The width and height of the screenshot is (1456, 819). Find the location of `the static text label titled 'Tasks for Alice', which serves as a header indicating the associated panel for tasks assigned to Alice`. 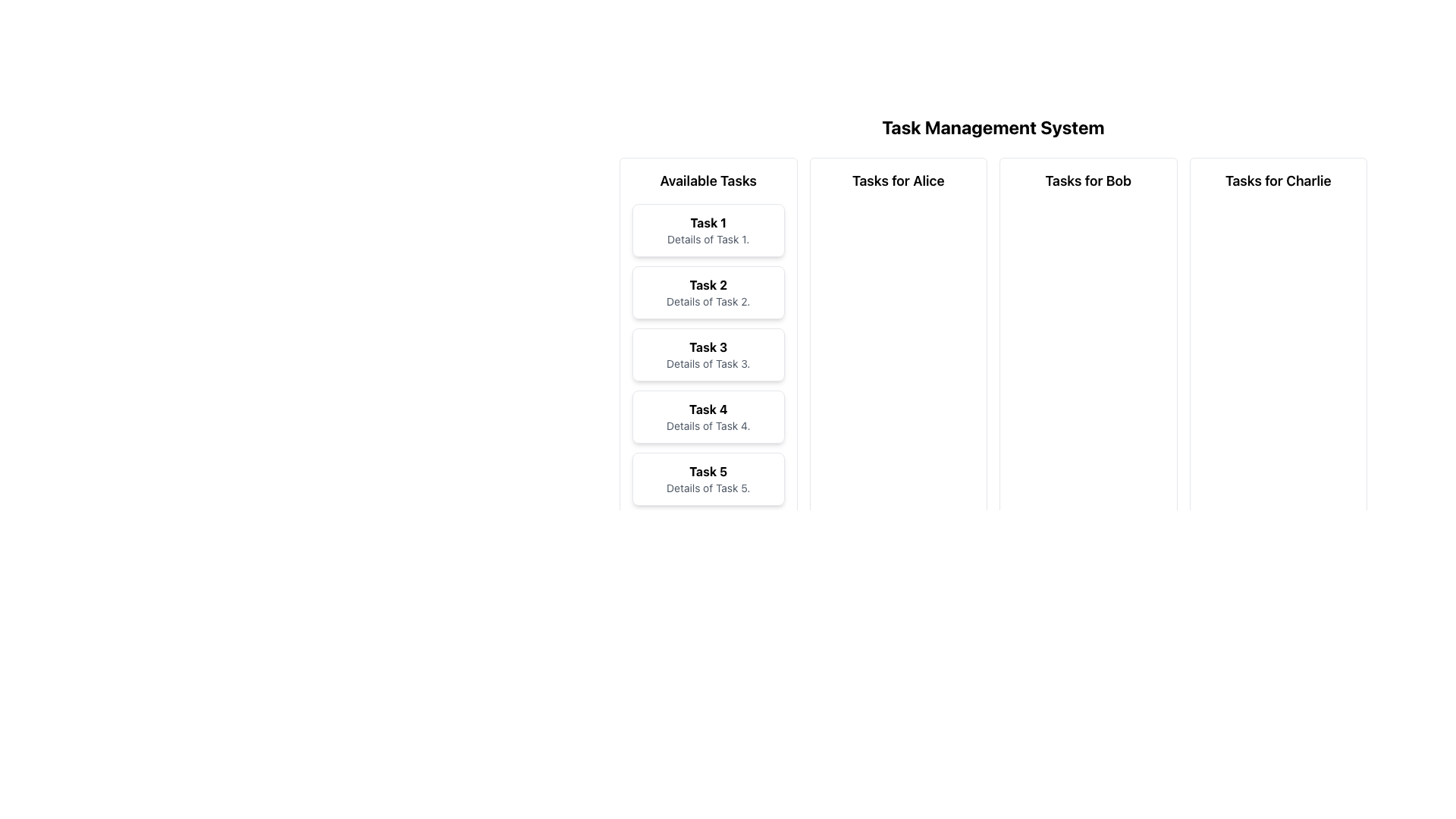

the static text label titled 'Tasks for Alice', which serves as a header indicating the associated panel for tasks assigned to Alice is located at coordinates (898, 180).